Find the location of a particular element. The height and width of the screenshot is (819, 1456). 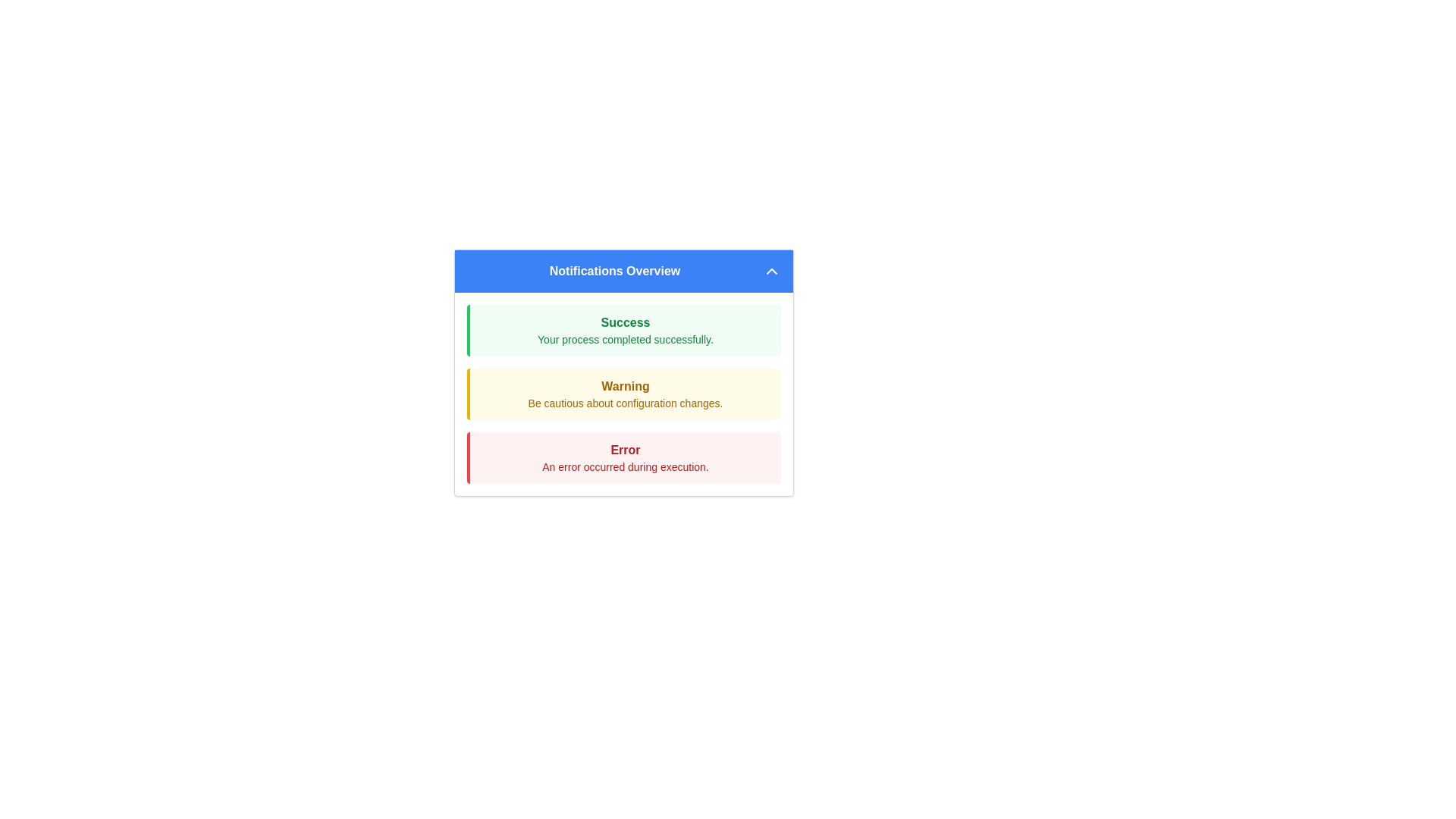

the warning by clicking on the Notification card located in the Notifications Overview panel, which is the second item in the vertically stacked list of notifications is located at coordinates (623, 373).